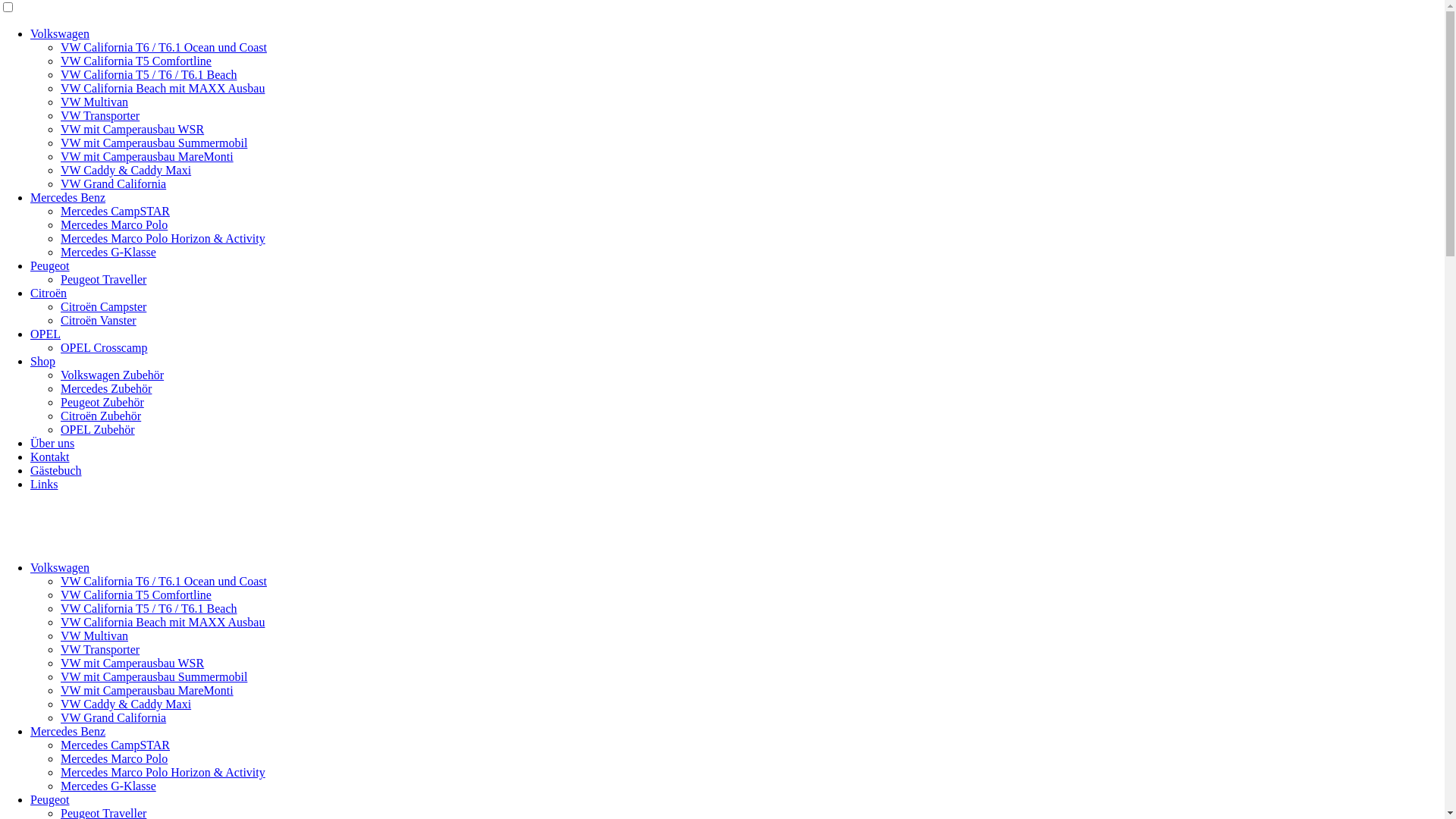 This screenshot has width=1456, height=819. What do you see at coordinates (30, 484) in the screenshot?
I see `'Links'` at bounding box center [30, 484].